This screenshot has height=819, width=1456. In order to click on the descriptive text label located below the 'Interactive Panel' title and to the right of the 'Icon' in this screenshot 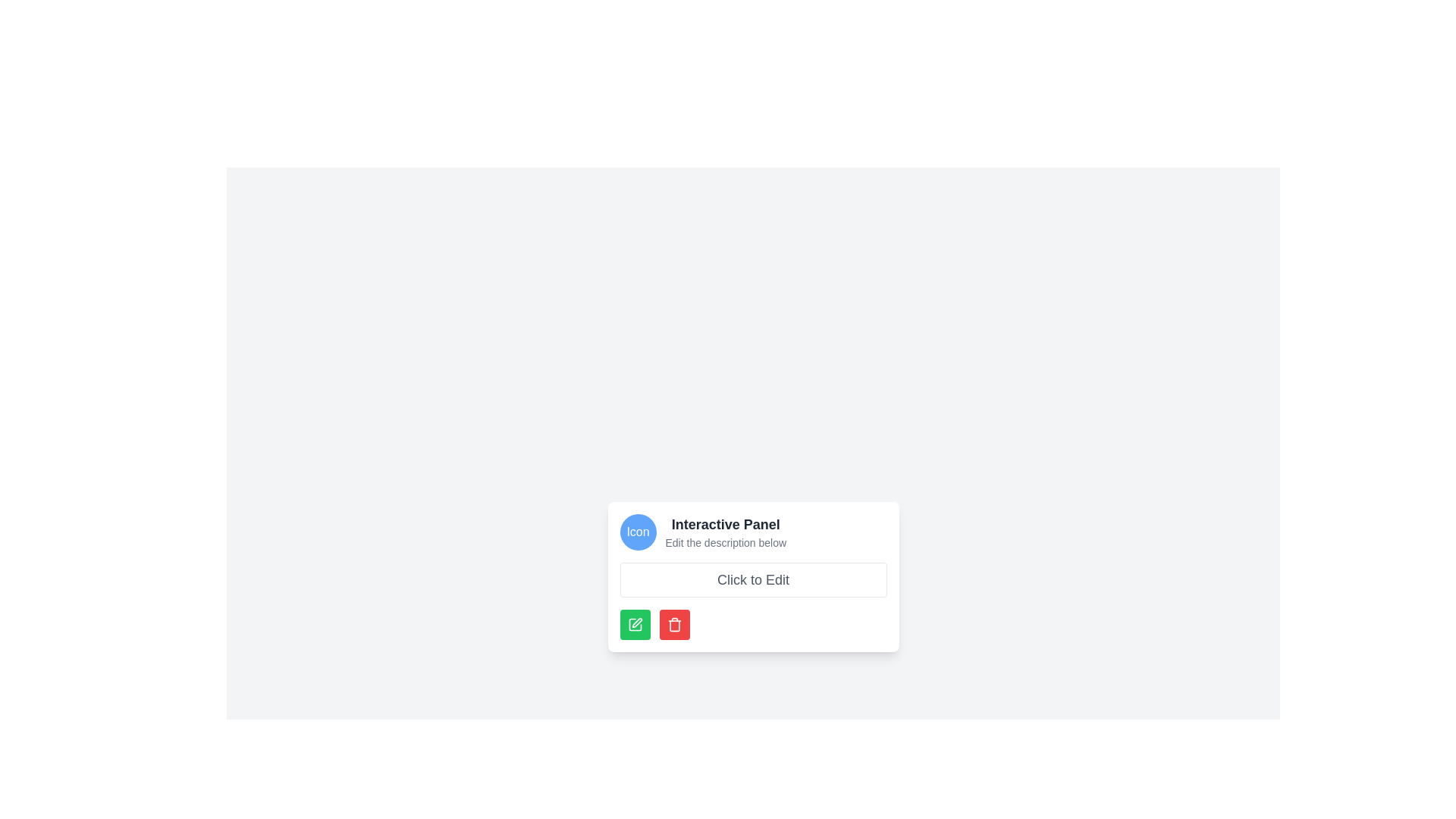, I will do `click(725, 542)`.